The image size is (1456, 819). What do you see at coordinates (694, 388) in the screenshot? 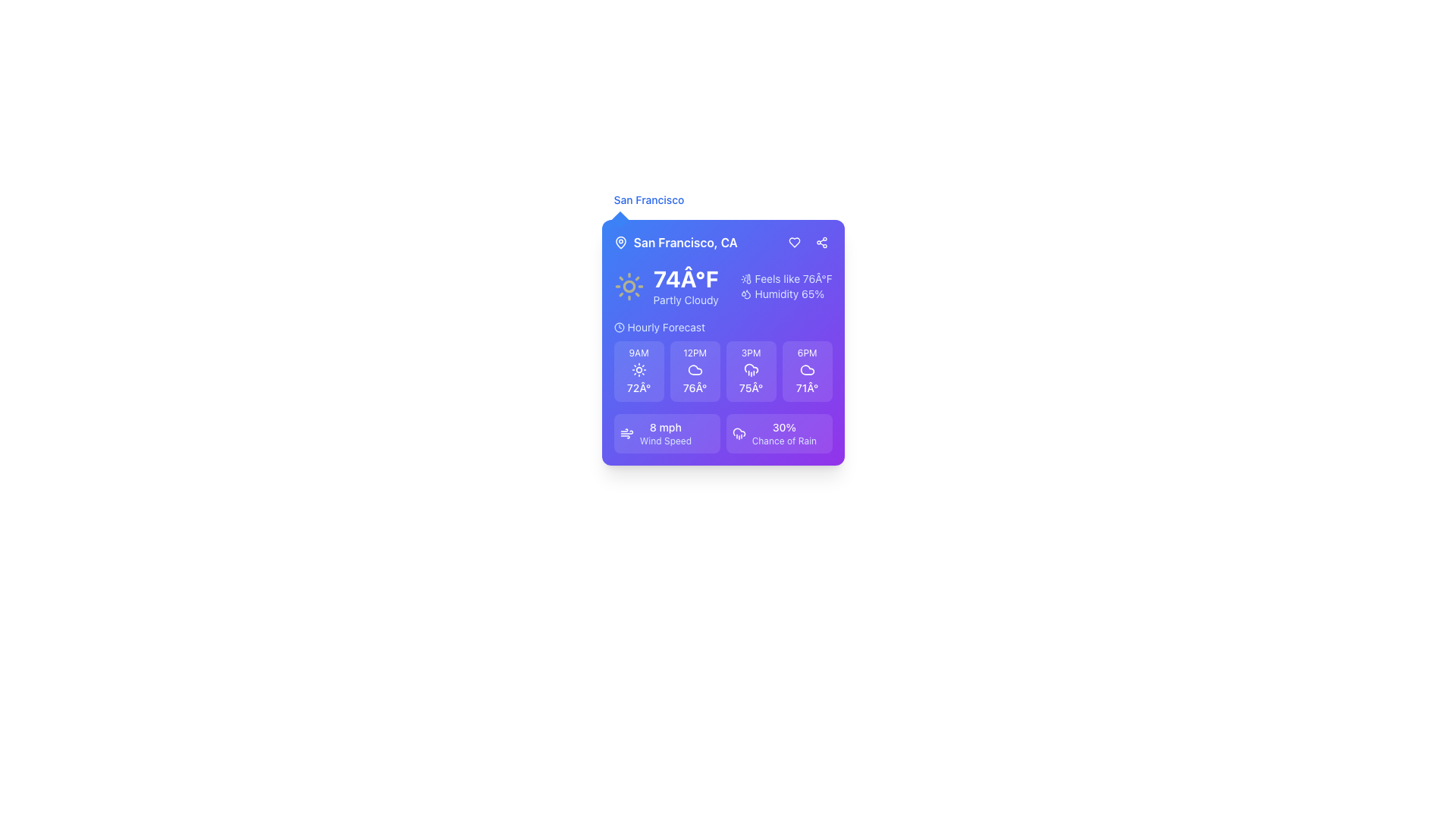
I see `the static text label displaying the temperature value '76Â°' located in the 'Hourly Forecast' section, which is styled with a medium-sized white font and positioned below the time label '12PM'` at bounding box center [694, 388].